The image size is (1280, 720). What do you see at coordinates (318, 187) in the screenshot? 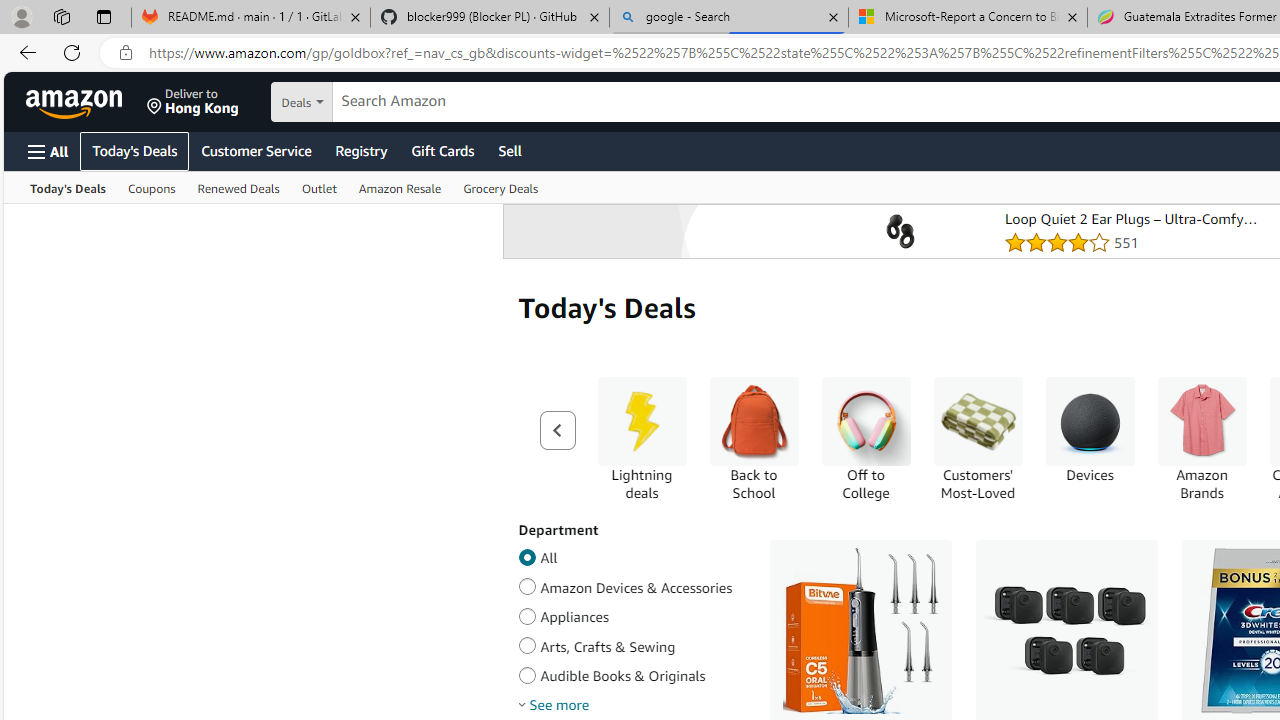
I see `'Outlet'` at bounding box center [318, 187].